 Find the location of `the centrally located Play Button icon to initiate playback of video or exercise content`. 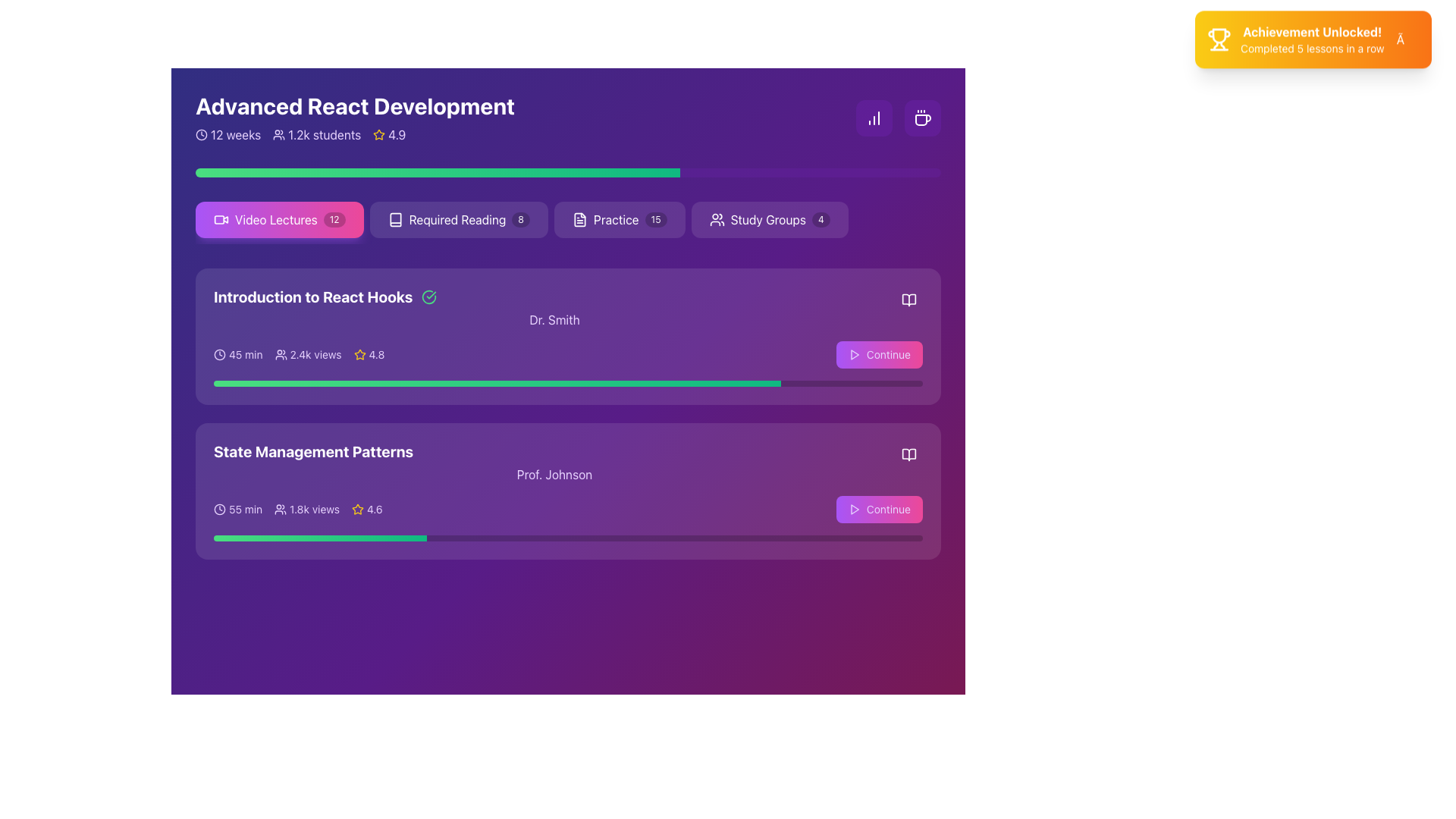

the centrally located Play Button icon to initiate playback of video or exercise content is located at coordinates (855, 354).